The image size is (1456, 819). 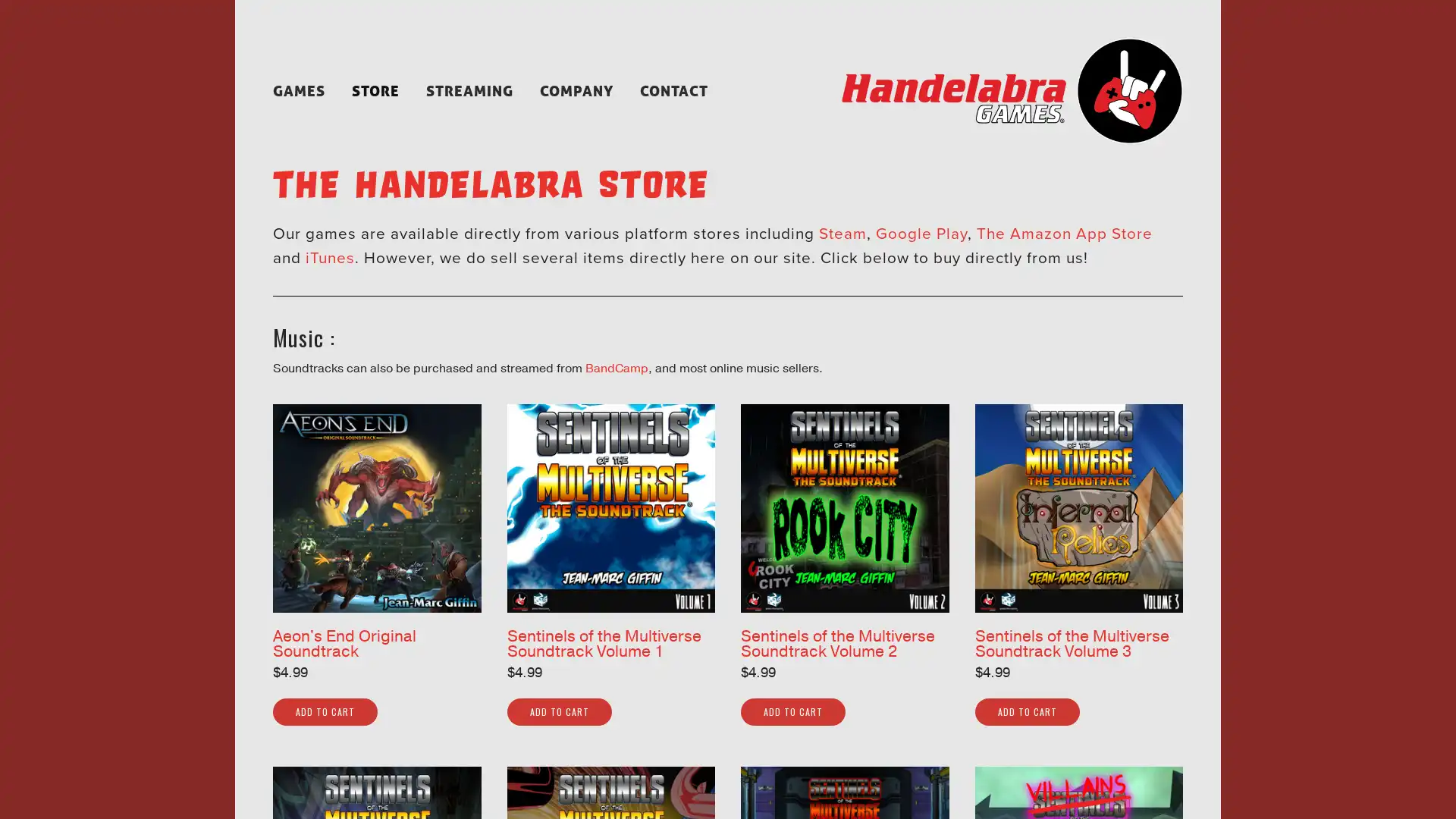 I want to click on ADD TO CART, so click(x=792, y=711).